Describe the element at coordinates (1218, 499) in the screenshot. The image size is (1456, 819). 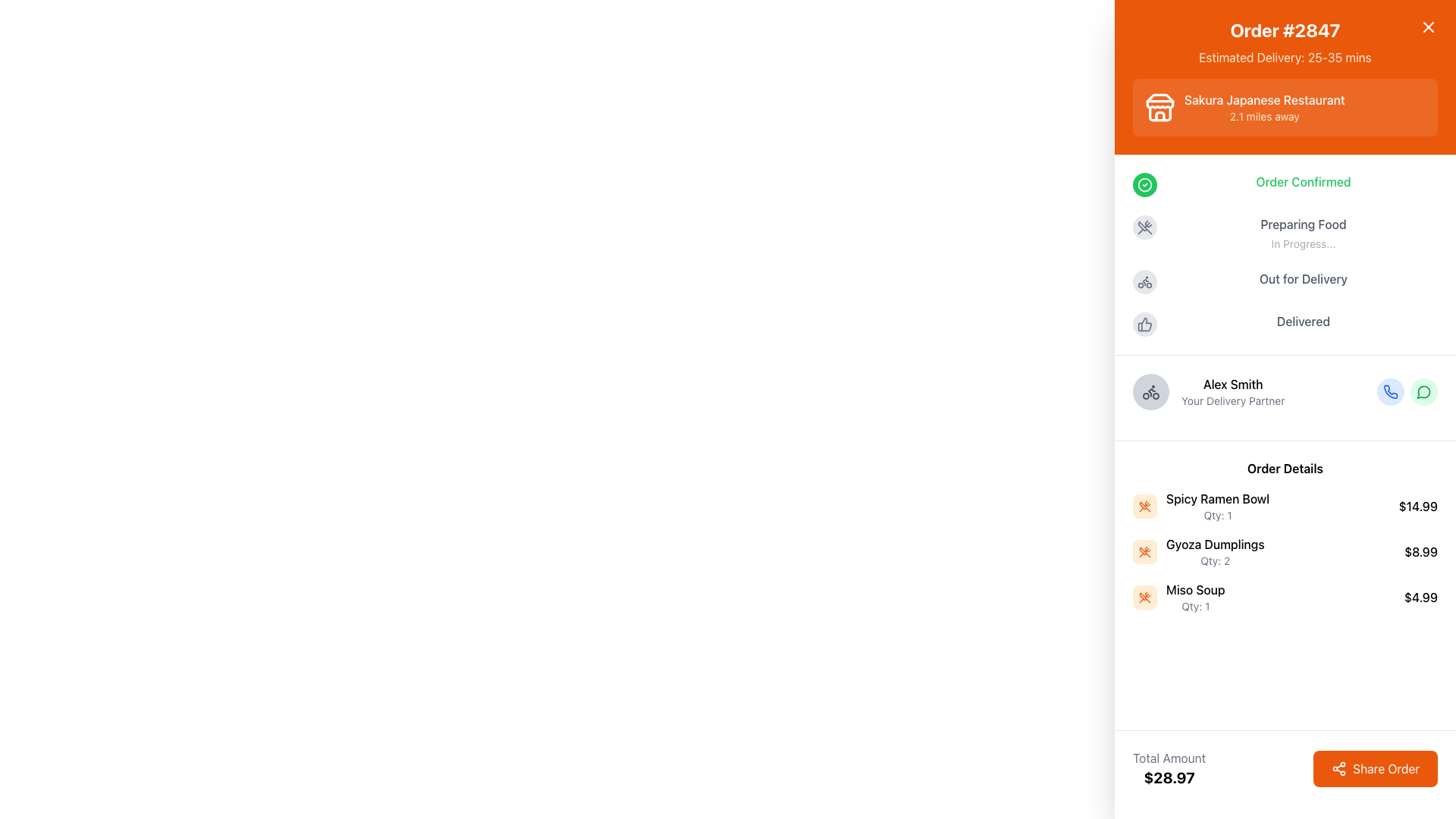
I see `the text label 'Spicy Ramen Bowl' located in the 'Order Details' section` at that location.